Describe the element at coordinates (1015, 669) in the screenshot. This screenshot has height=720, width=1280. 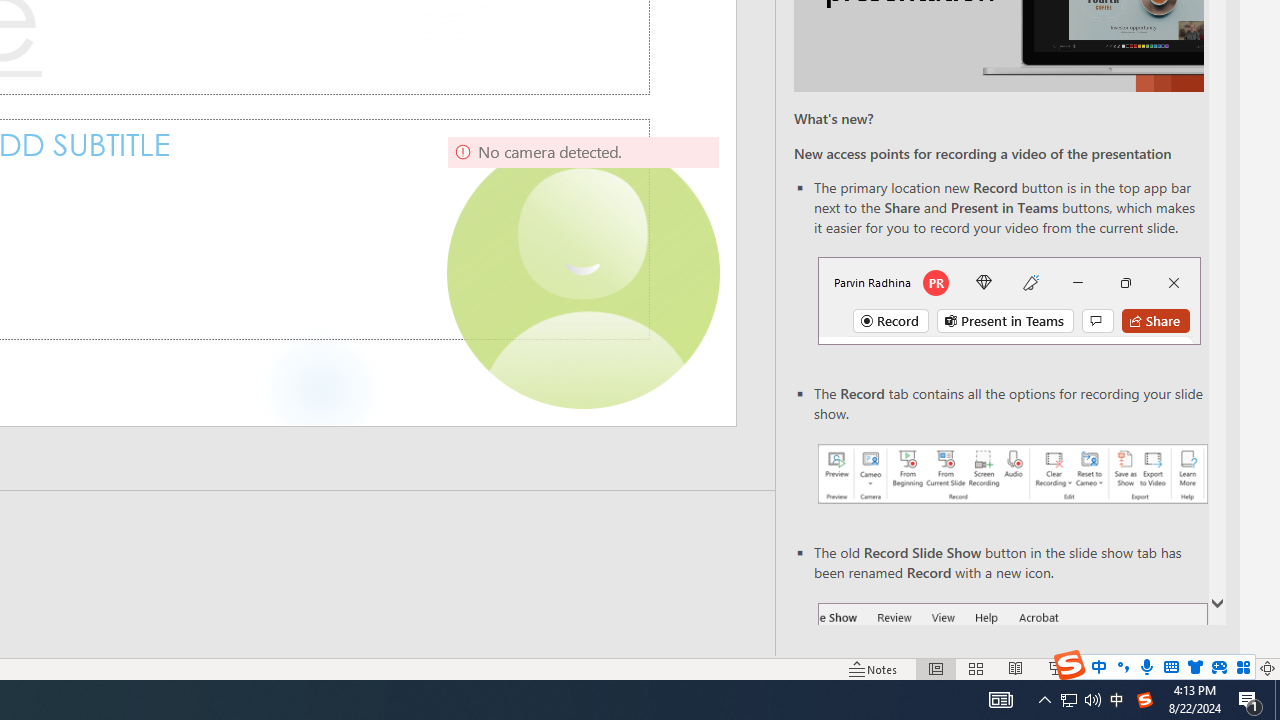
I see `'Reading View'` at that location.